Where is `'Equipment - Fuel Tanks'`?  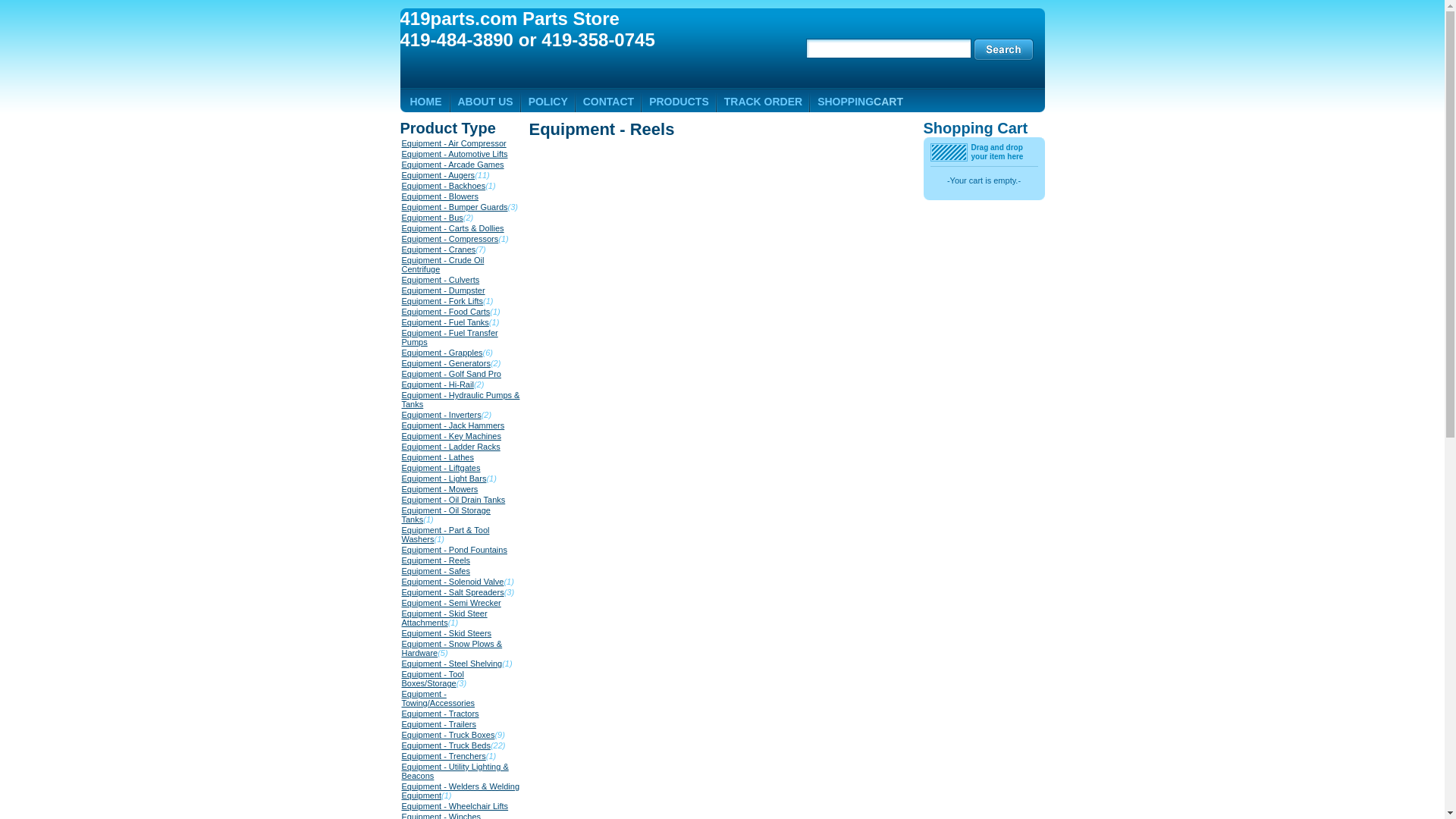
'Equipment - Fuel Tanks' is located at coordinates (444, 321).